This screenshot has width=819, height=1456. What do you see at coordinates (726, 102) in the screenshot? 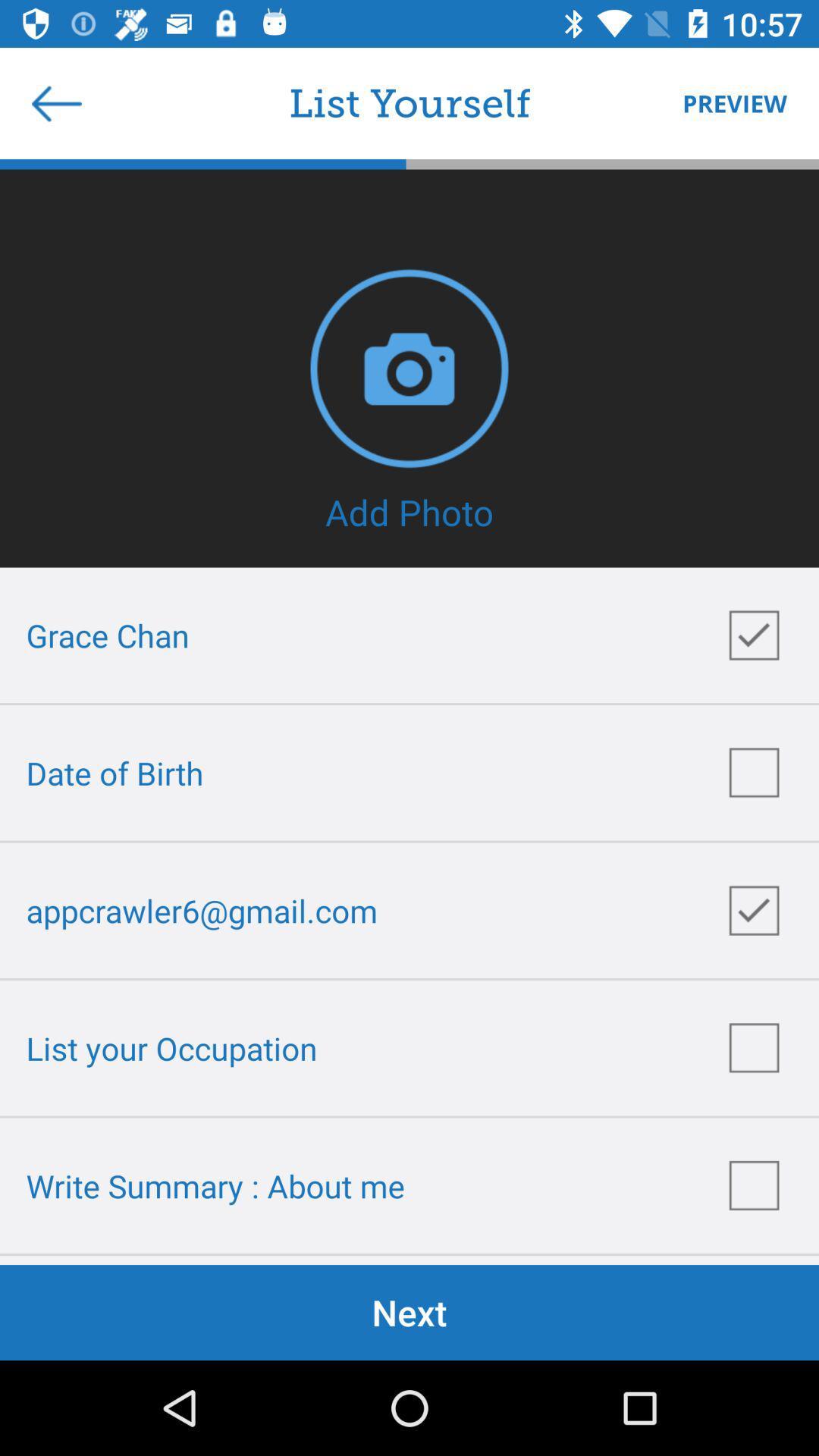
I see `preview item` at bounding box center [726, 102].